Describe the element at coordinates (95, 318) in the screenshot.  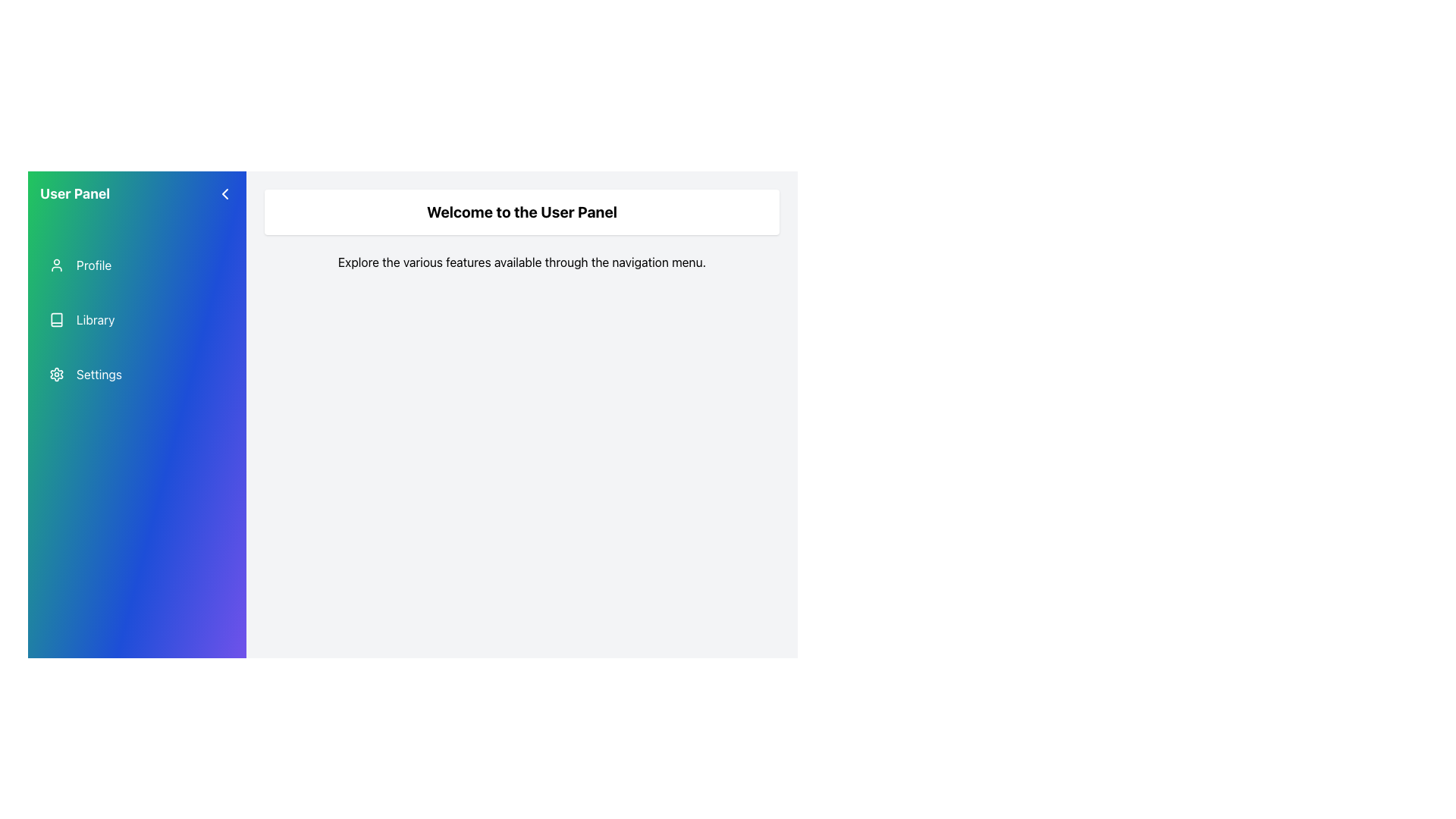
I see `the 'Library' navigational link located in the second position of the navigation menu, which is under the 'Profile' item and above the 'Settings' item` at that location.